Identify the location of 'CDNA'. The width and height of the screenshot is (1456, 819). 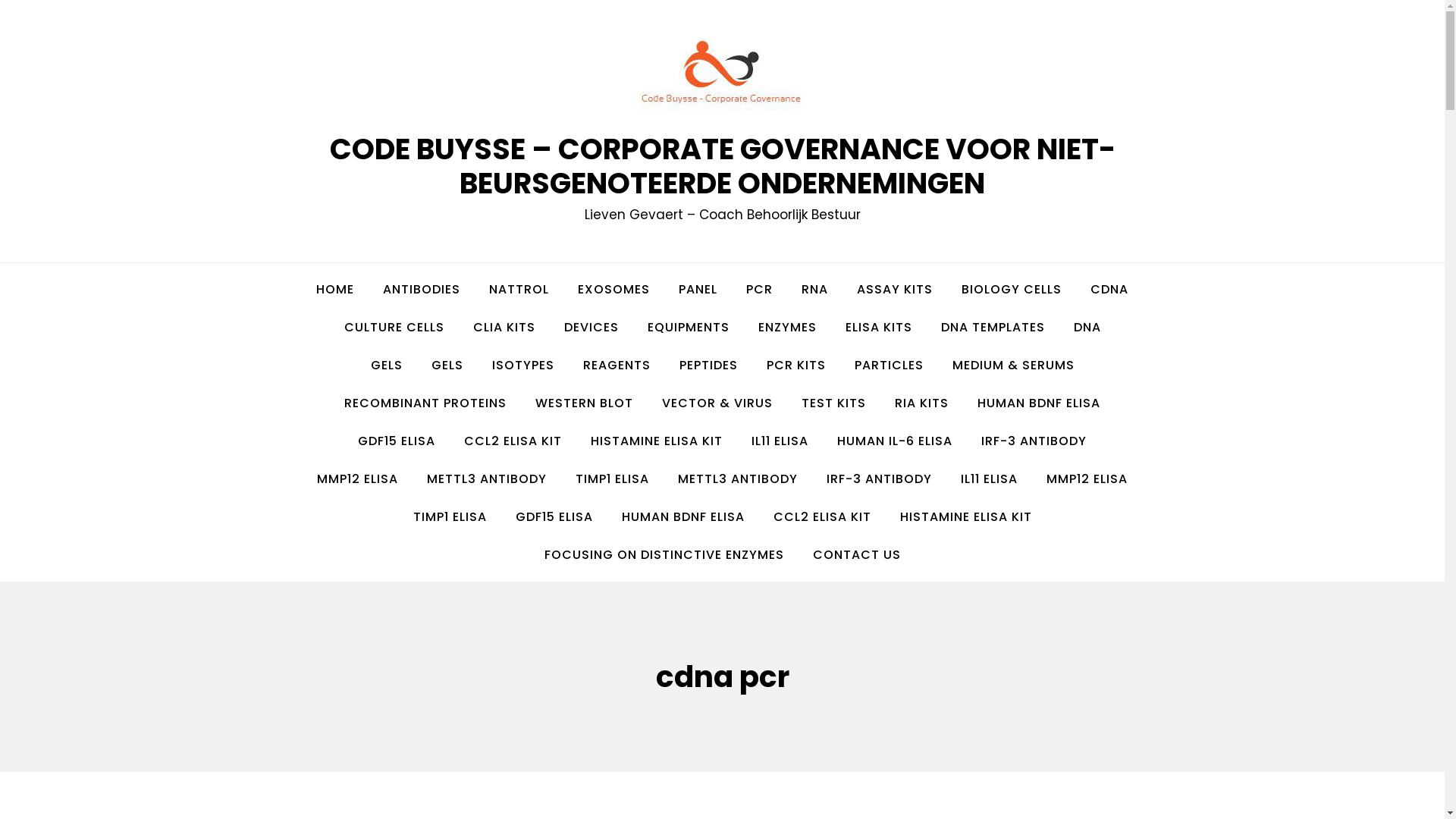
(1109, 289).